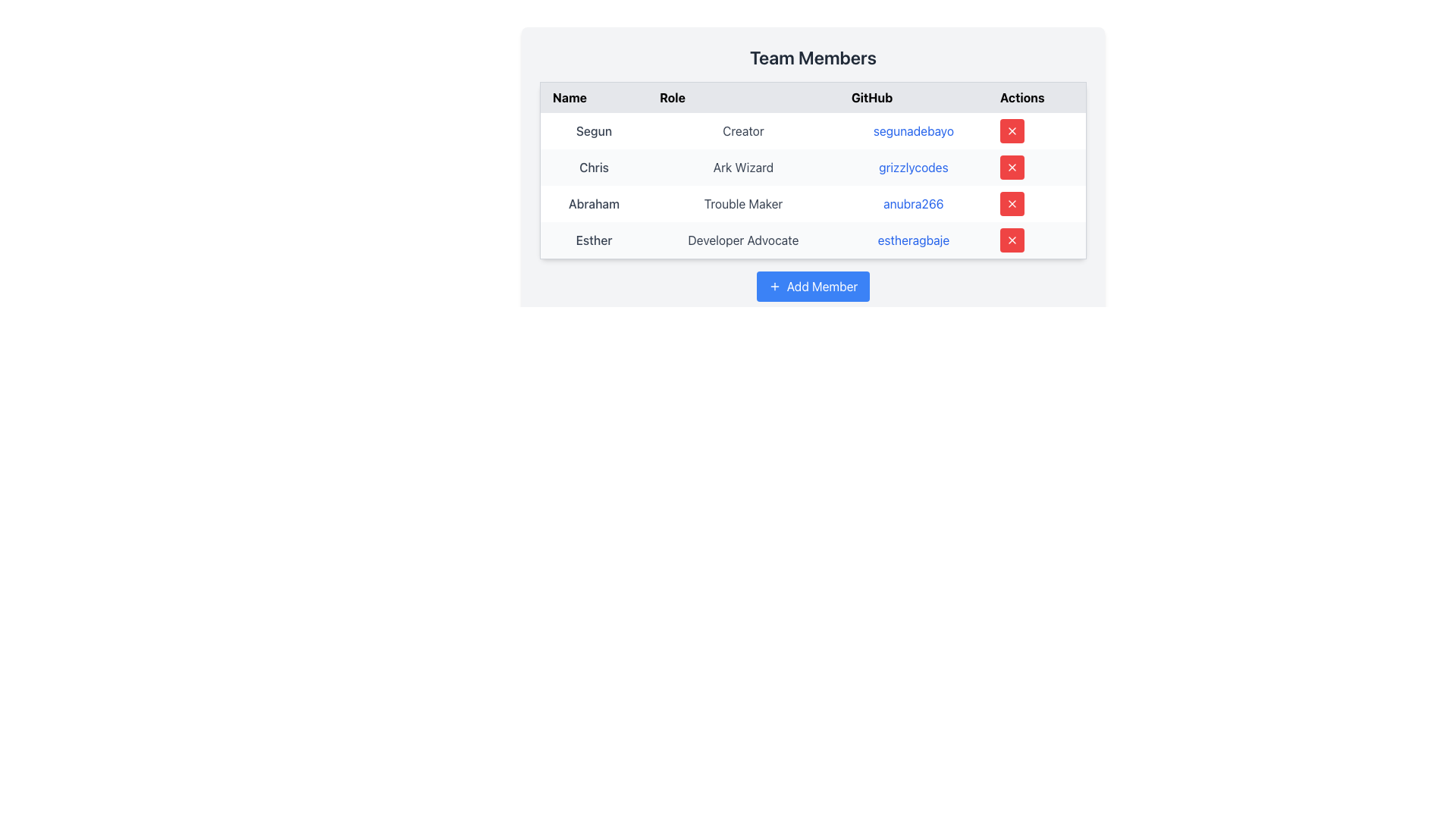 The height and width of the screenshot is (819, 1456). Describe the element at coordinates (812, 287) in the screenshot. I see `the button located below the team member information table` at that location.